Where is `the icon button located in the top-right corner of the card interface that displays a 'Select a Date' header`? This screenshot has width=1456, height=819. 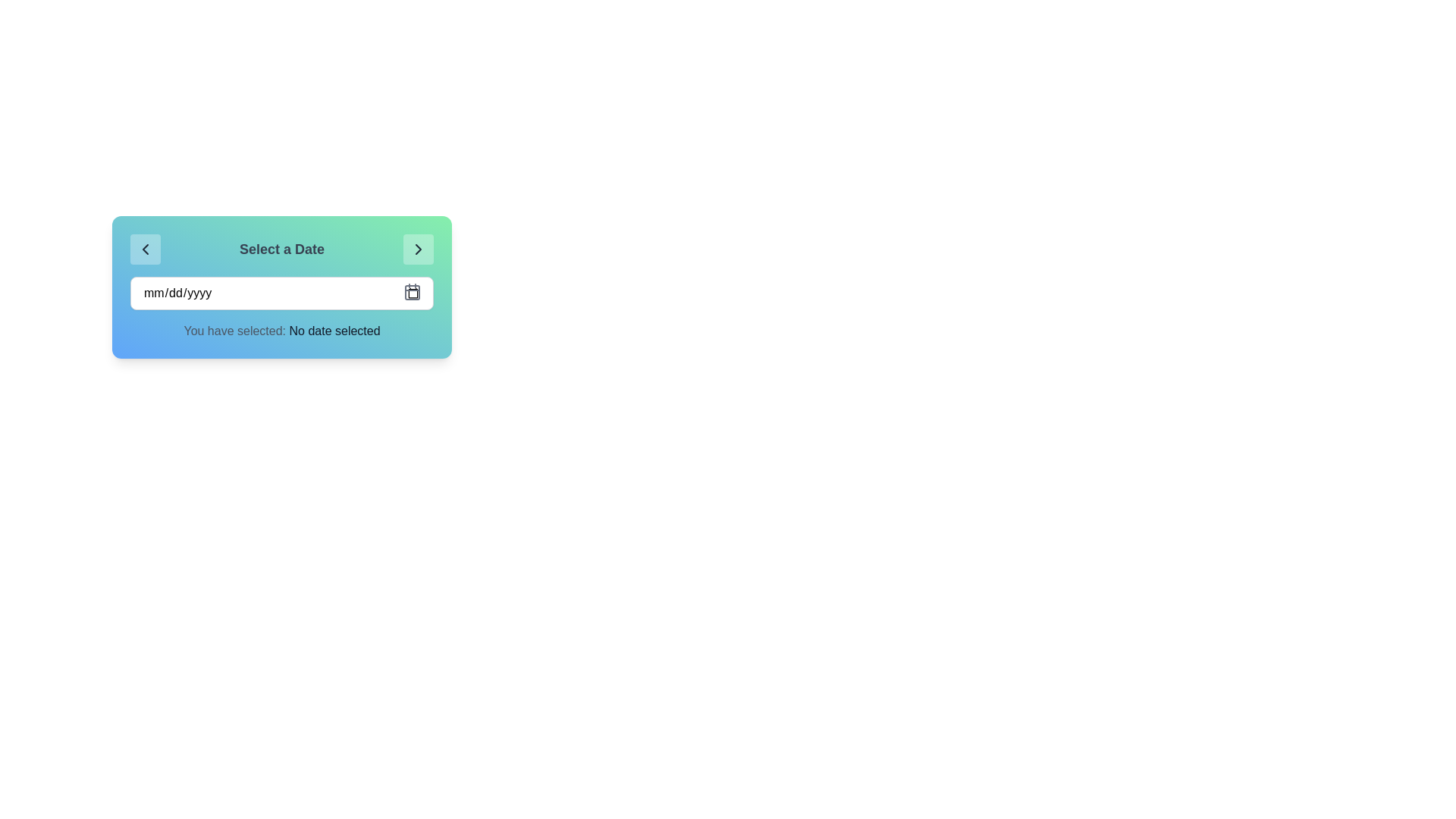
the icon button located in the top-right corner of the card interface that displays a 'Select a Date' header is located at coordinates (419, 248).